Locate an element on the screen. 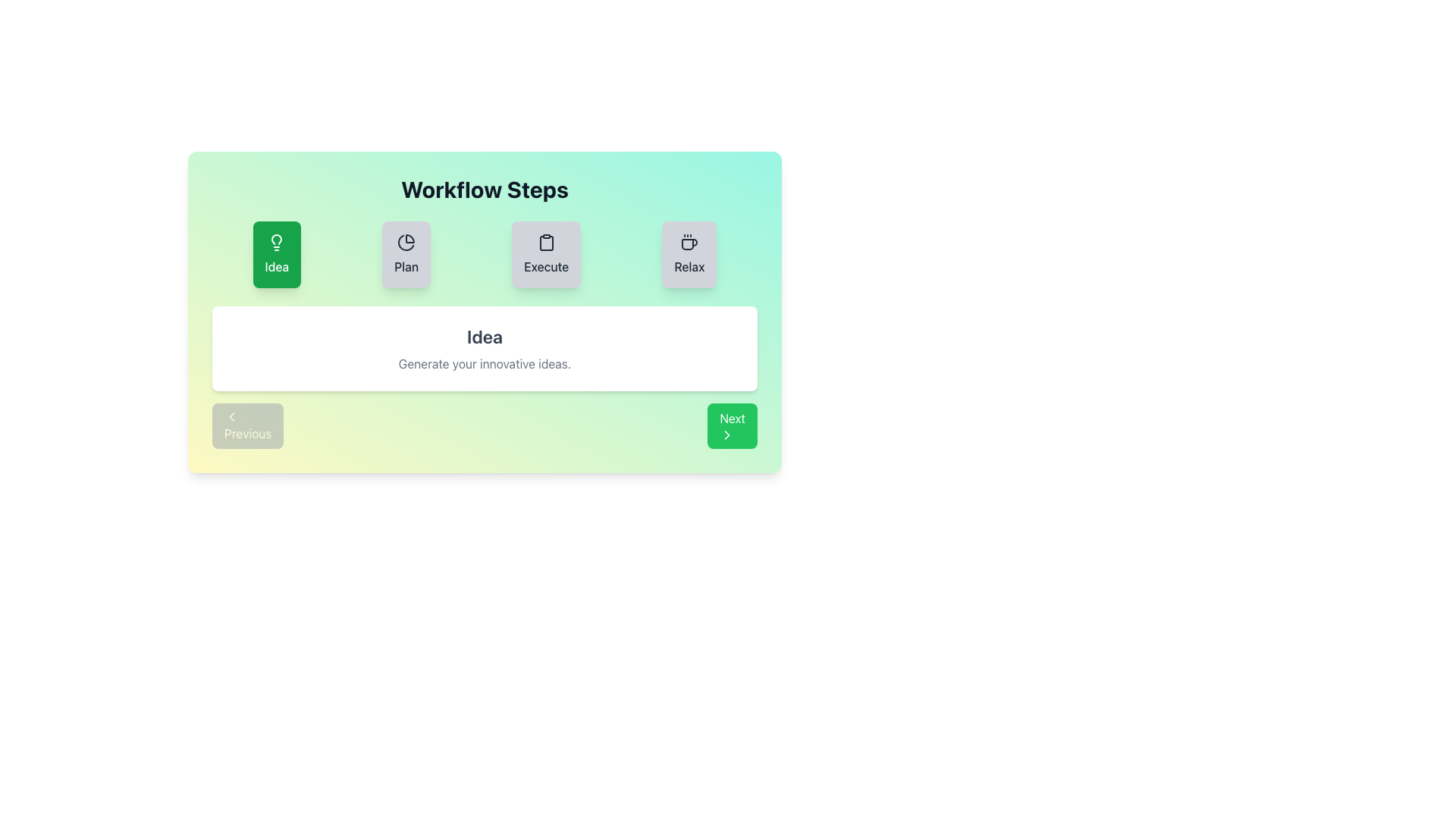 The height and width of the screenshot is (819, 1456). the 'Execute' icon which represents the functionality of executing tasks, located within the third card from the left in the Workflow Steps section is located at coordinates (546, 242).